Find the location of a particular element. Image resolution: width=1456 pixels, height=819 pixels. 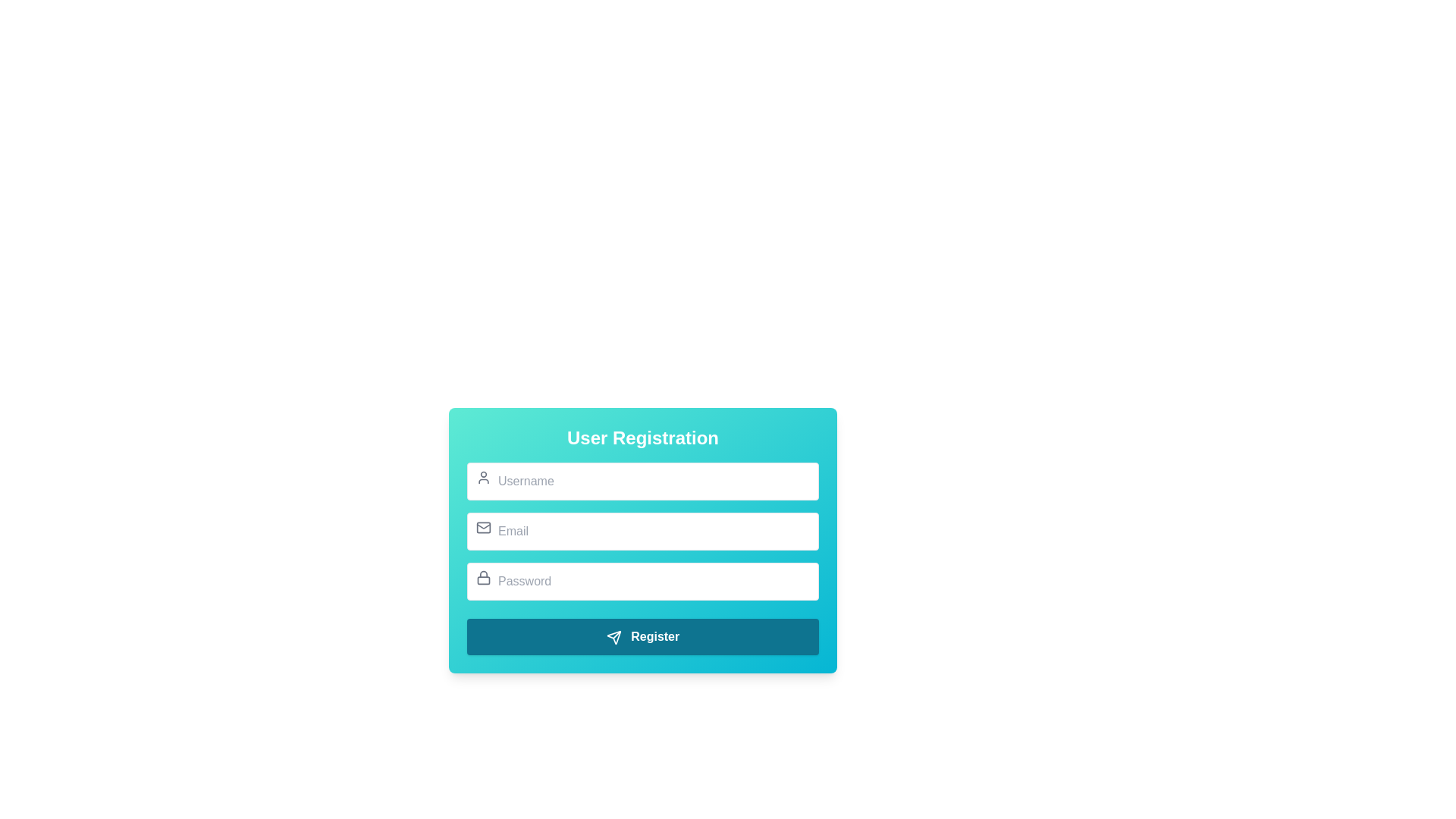

the email input field icon, which serves as a visual cue for users to identify the email input field in the 'User Registration' form is located at coordinates (483, 526).